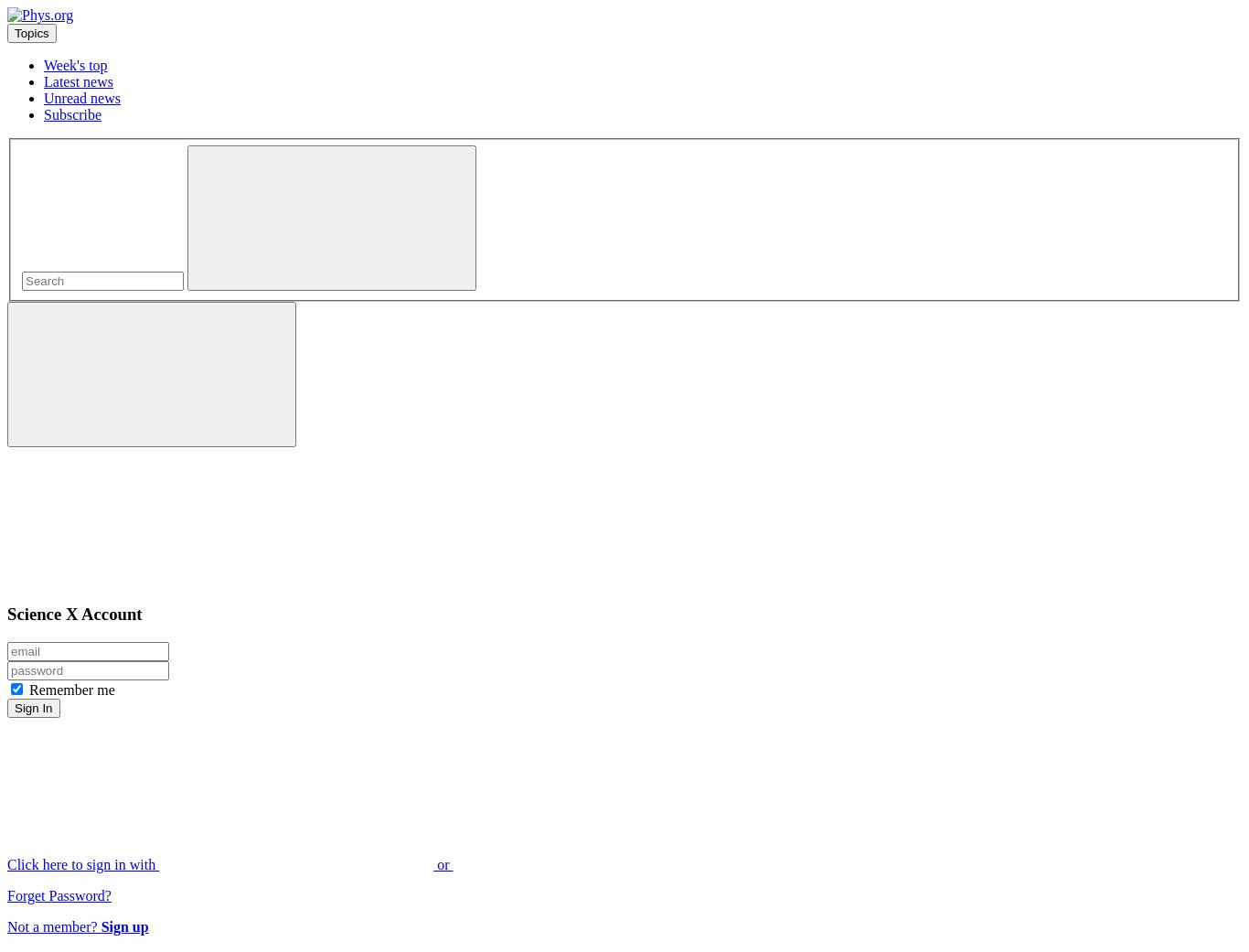 The height and width of the screenshot is (952, 1249). What do you see at coordinates (31, 32) in the screenshot?
I see `'Topics'` at bounding box center [31, 32].